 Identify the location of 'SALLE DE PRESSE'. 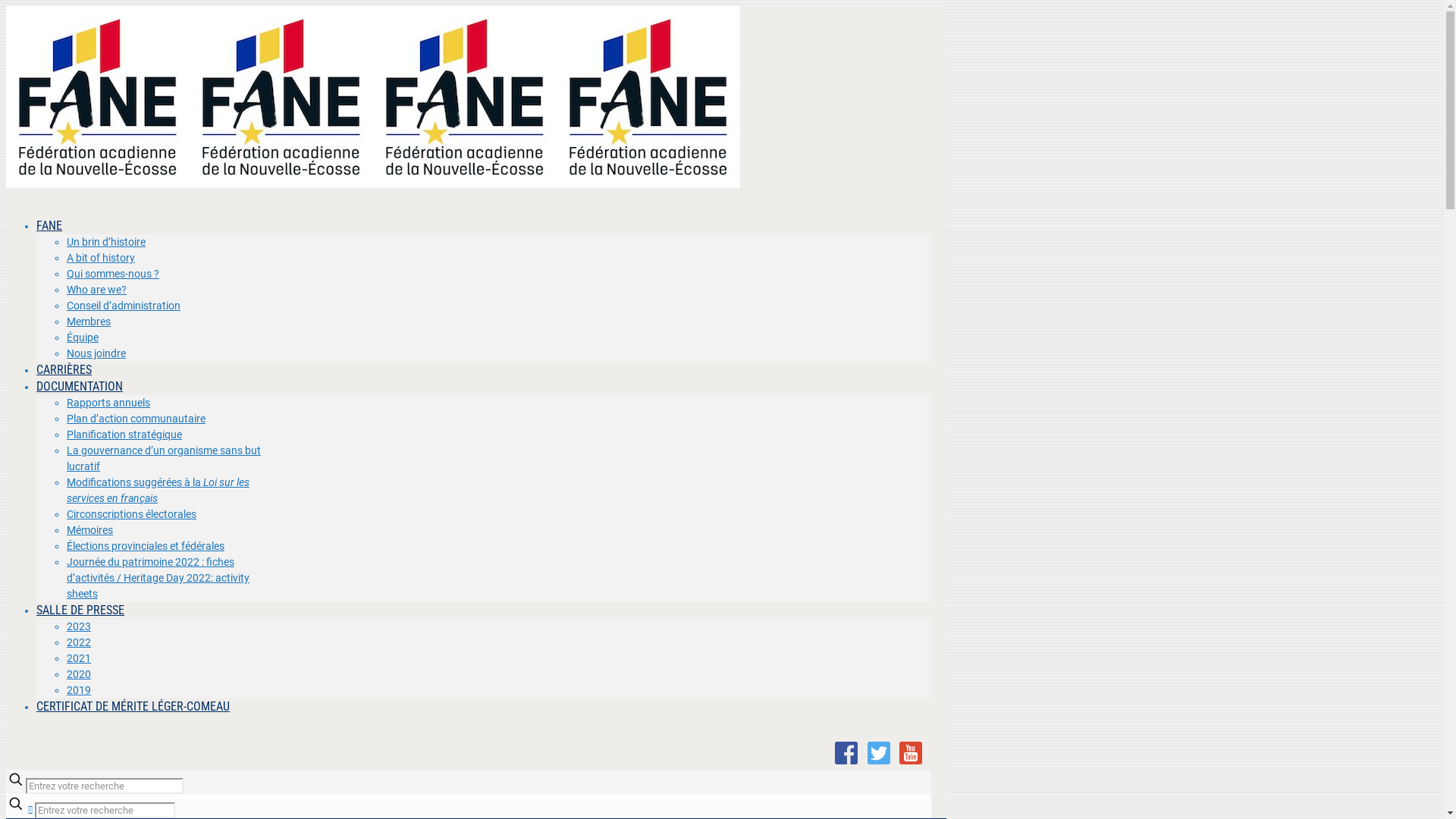
(79, 609).